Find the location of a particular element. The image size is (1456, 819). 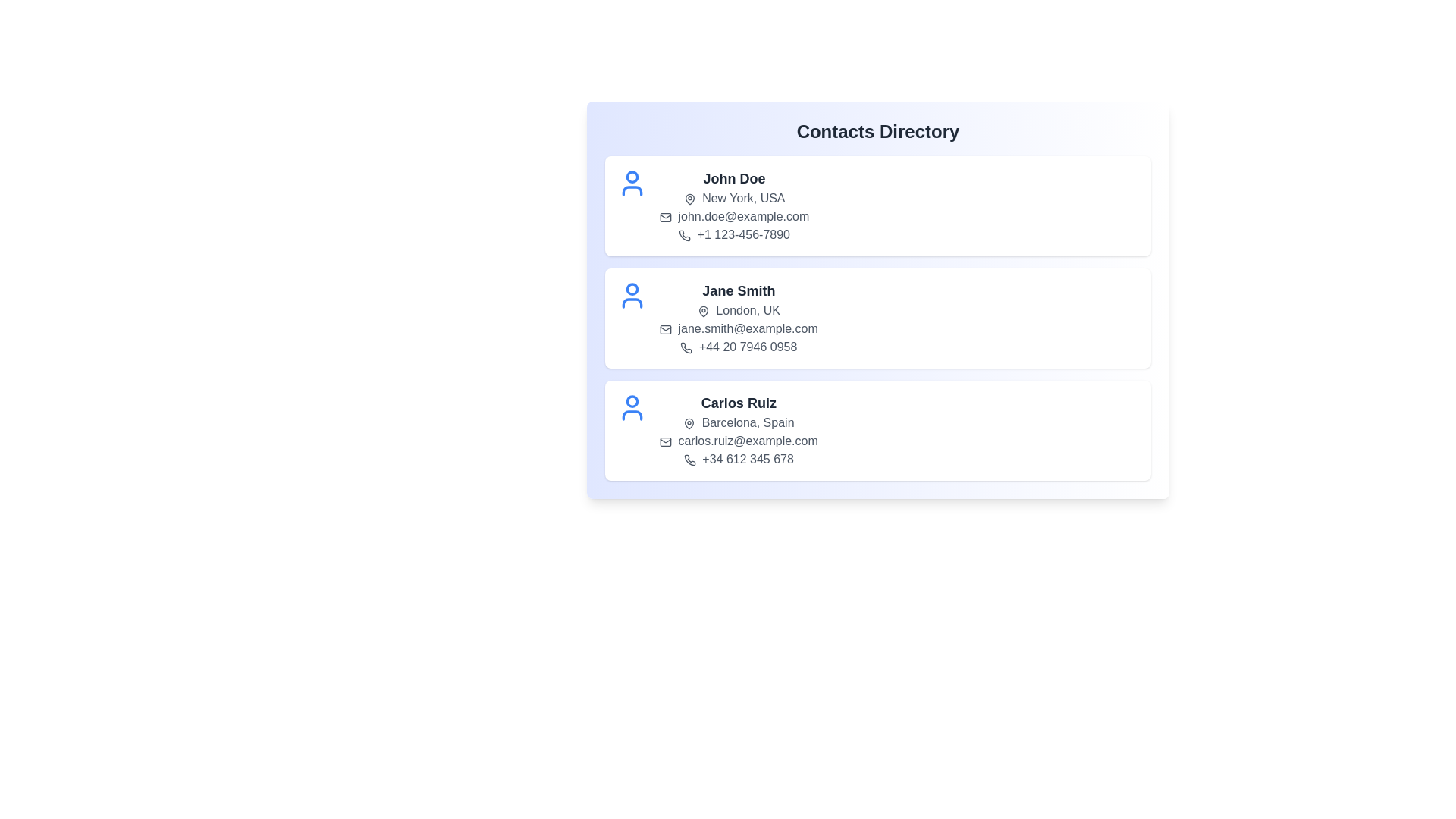

the mail icon for the contact John Doe is located at coordinates (666, 217).